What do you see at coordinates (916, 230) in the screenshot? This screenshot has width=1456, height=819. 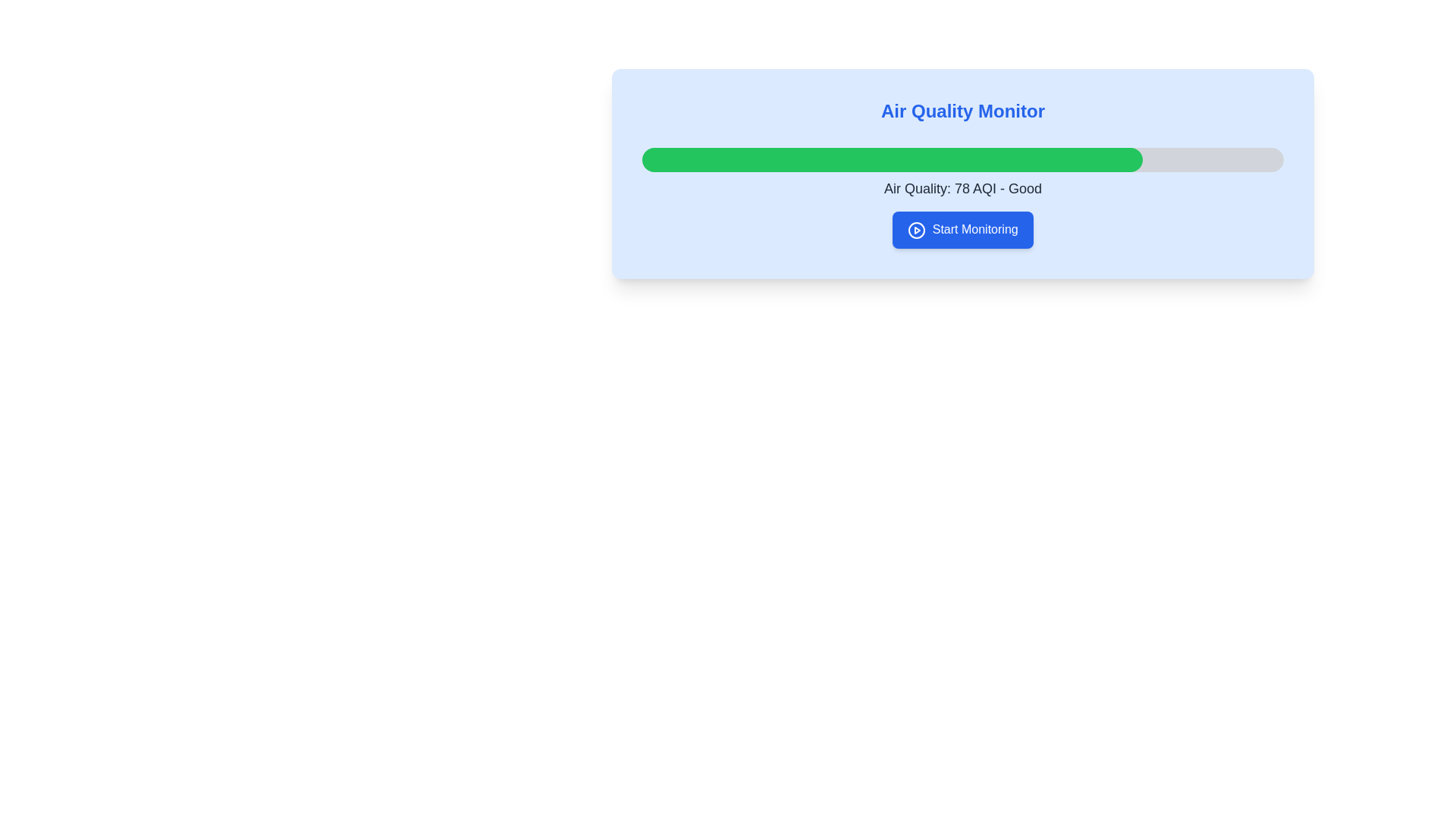 I see `the play icon, which is a circle with a triangle inside, styled in a white outline on a blue background, located to the left of the 'Start Monitoring' button` at bounding box center [916, 230].